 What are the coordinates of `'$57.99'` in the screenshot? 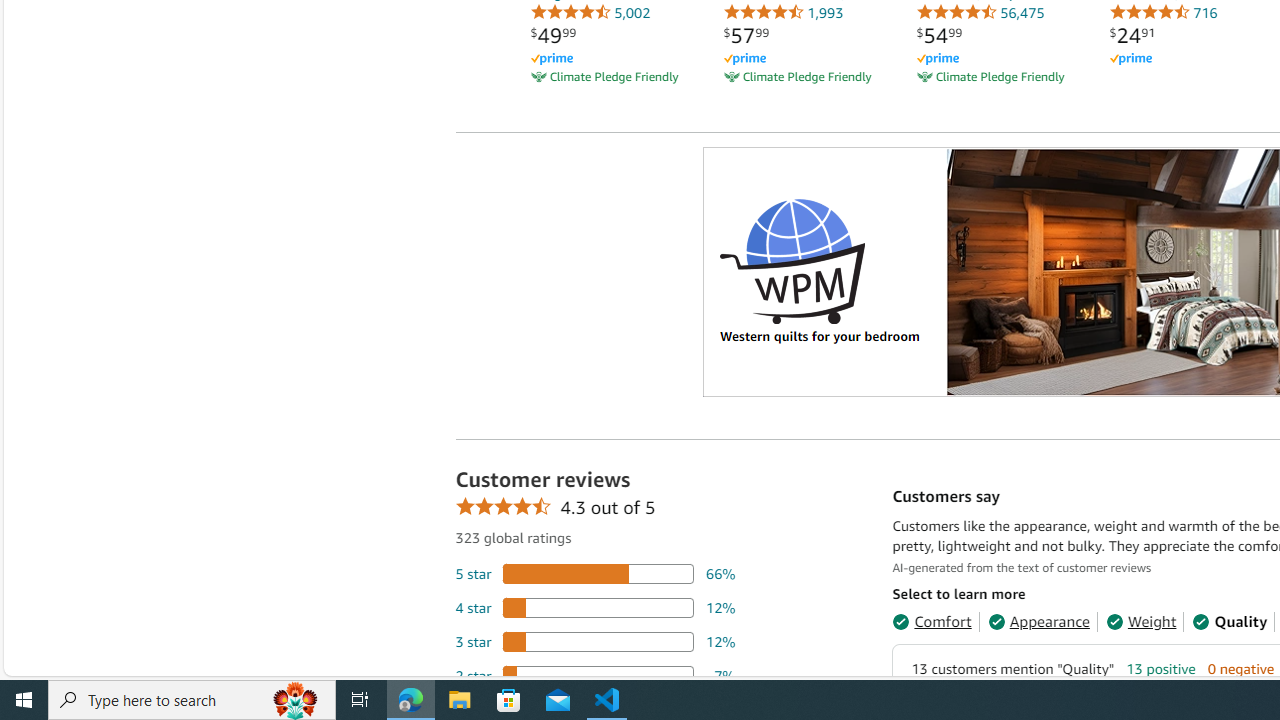 It's located at (745, 35).